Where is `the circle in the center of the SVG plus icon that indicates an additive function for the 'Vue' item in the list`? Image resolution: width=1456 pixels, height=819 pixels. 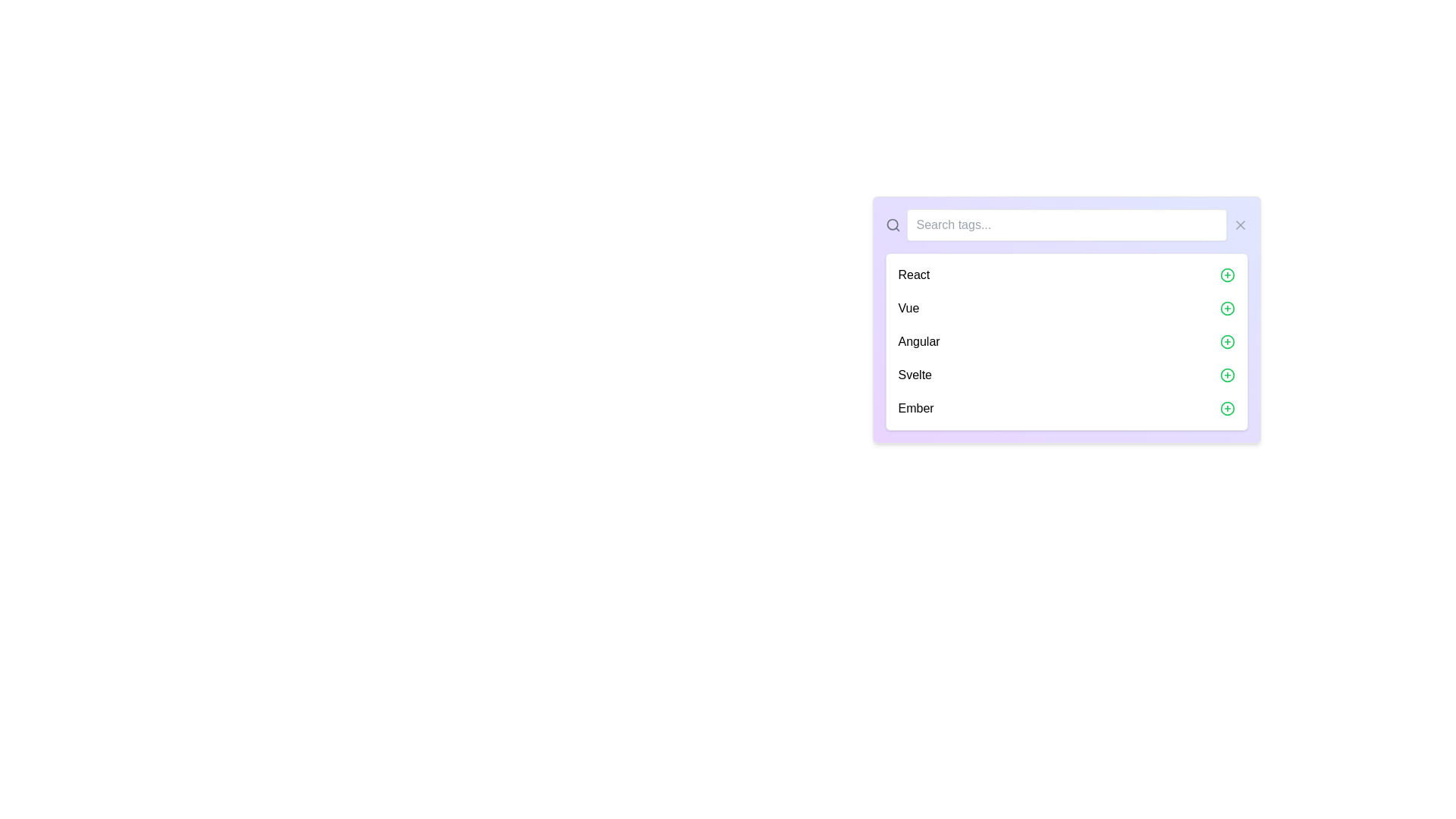 the circle in the center of the SVG plus icon that indicates an additive function for the 'Vue' item in the list is located at coordinates (1227, 308).